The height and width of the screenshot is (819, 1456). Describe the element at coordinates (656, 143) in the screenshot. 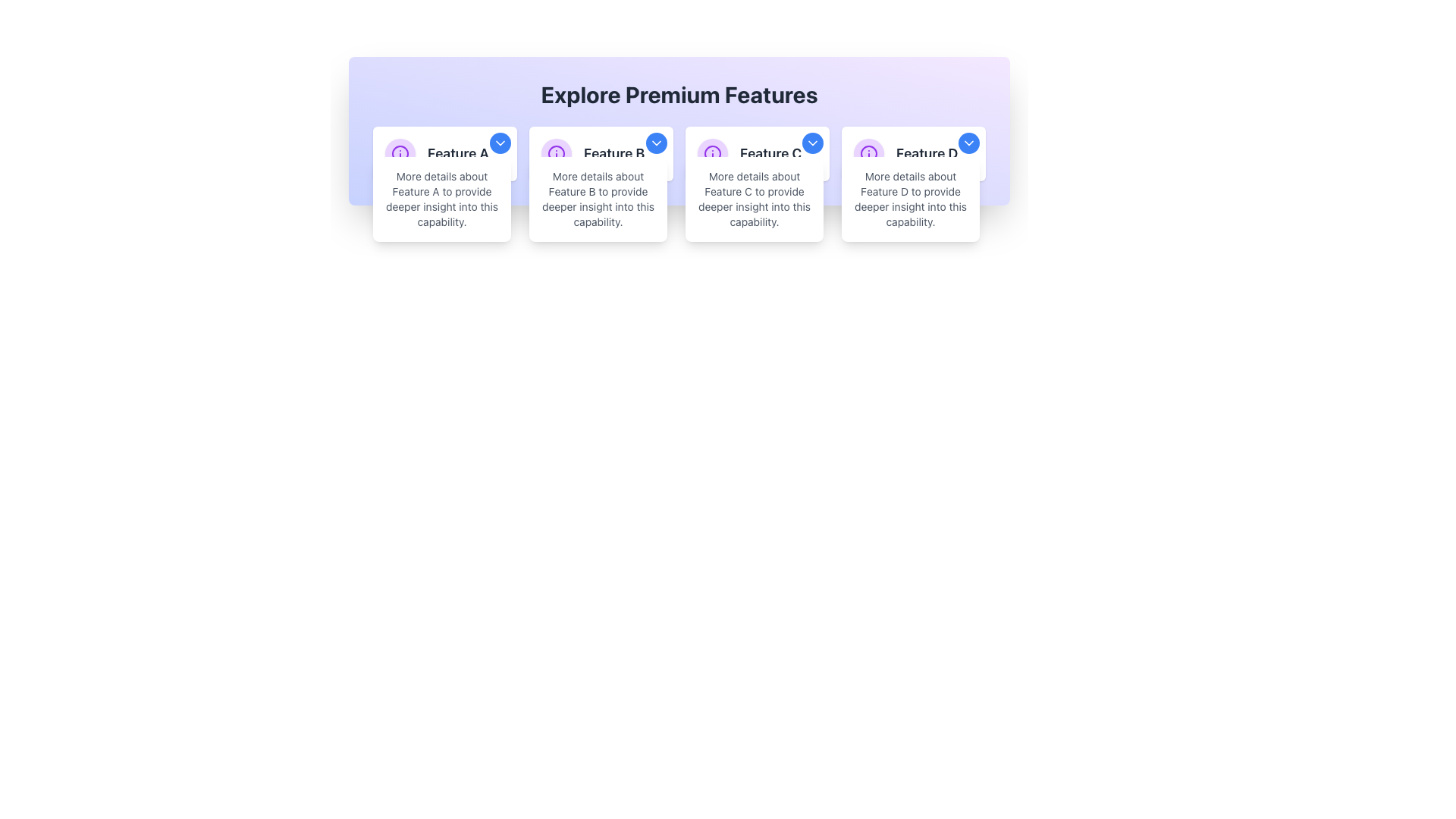

I see `the downward-facing chevron icon within the blue circular button of the 'Feature B' card` at that location.